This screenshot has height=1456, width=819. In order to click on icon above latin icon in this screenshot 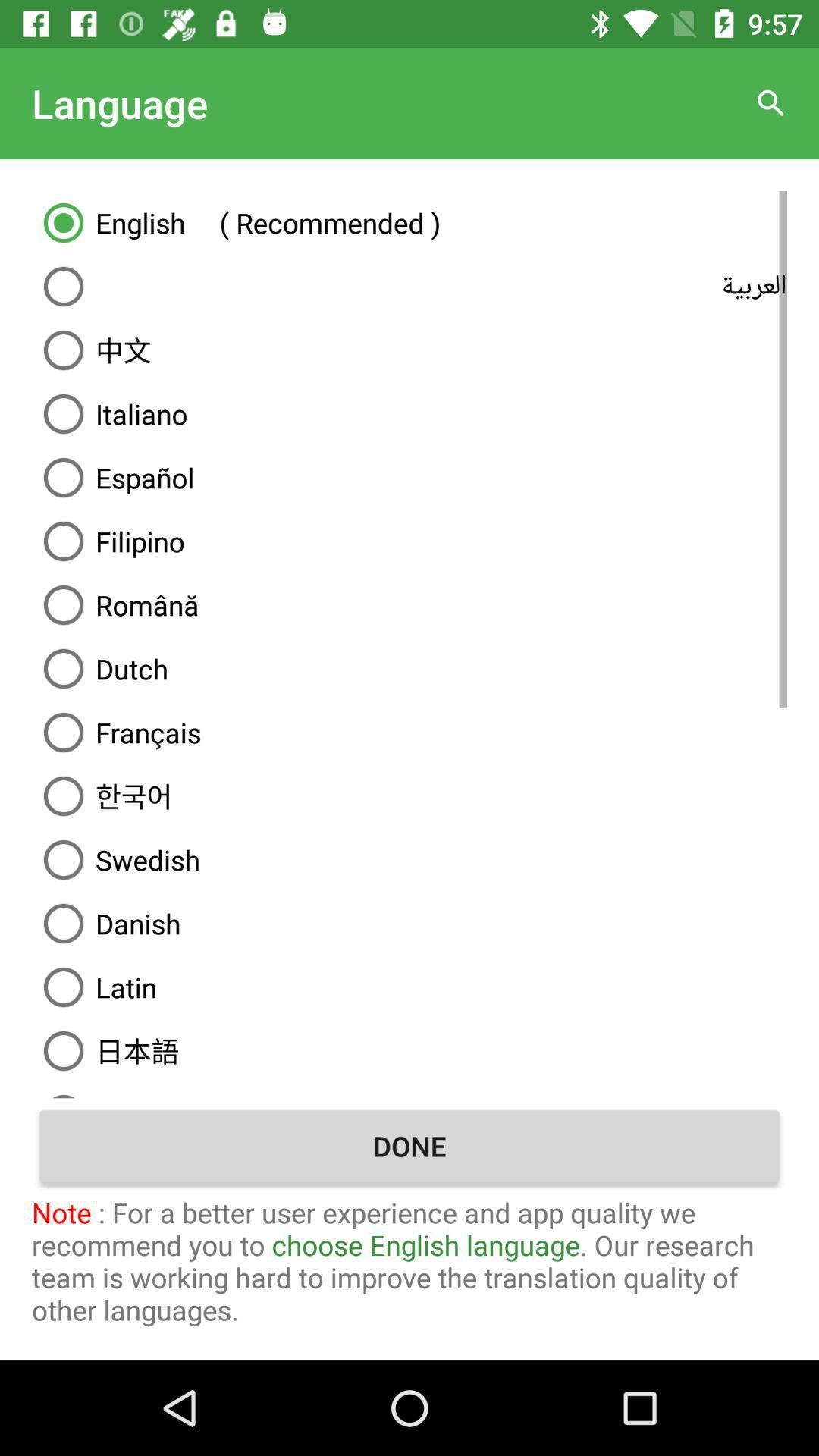, I will do `click(409, 923)`.